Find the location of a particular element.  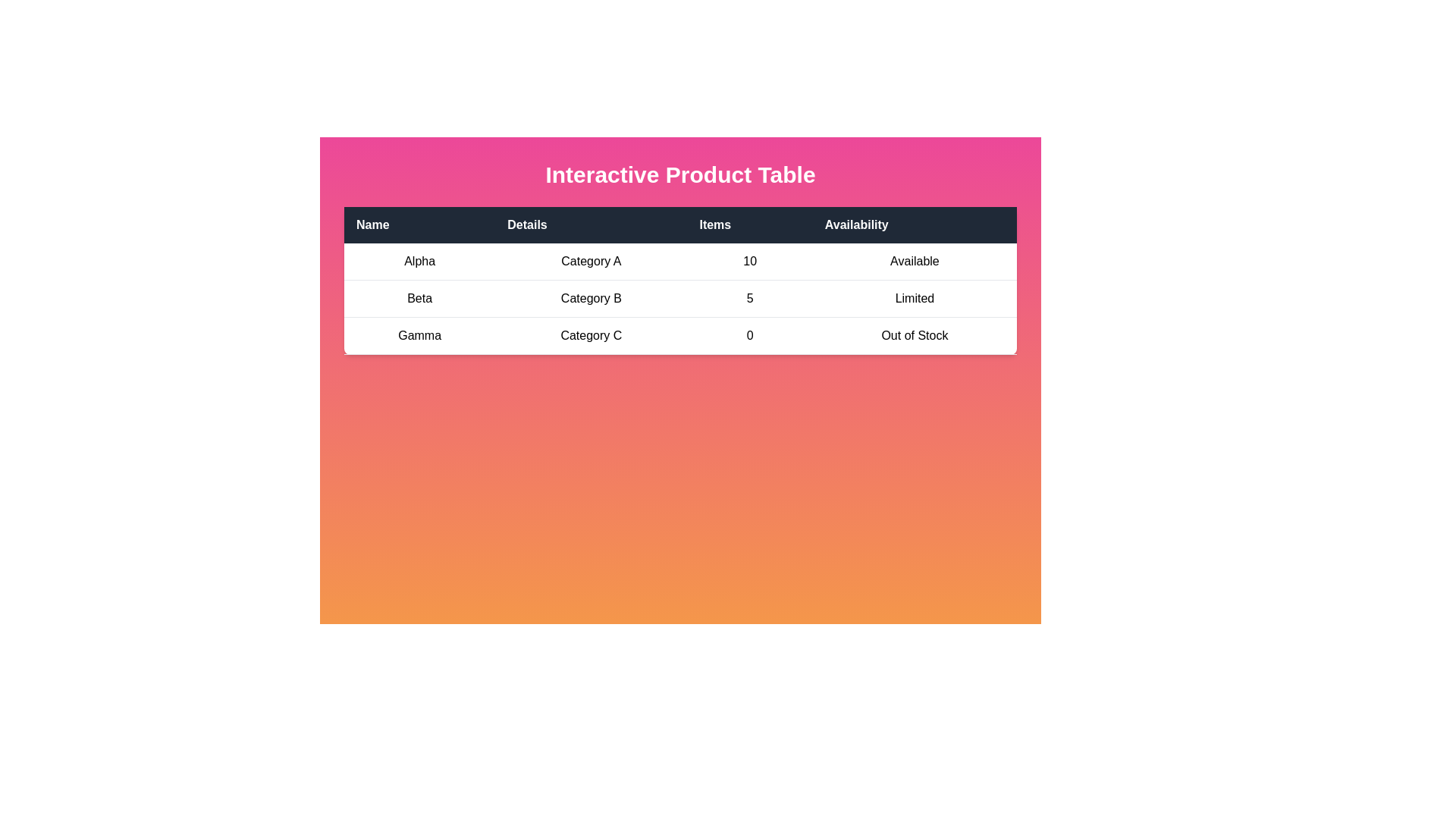

the text label displaying 'Limited' in the fourth column of the second row of the table is located at coordinates (914, 298).